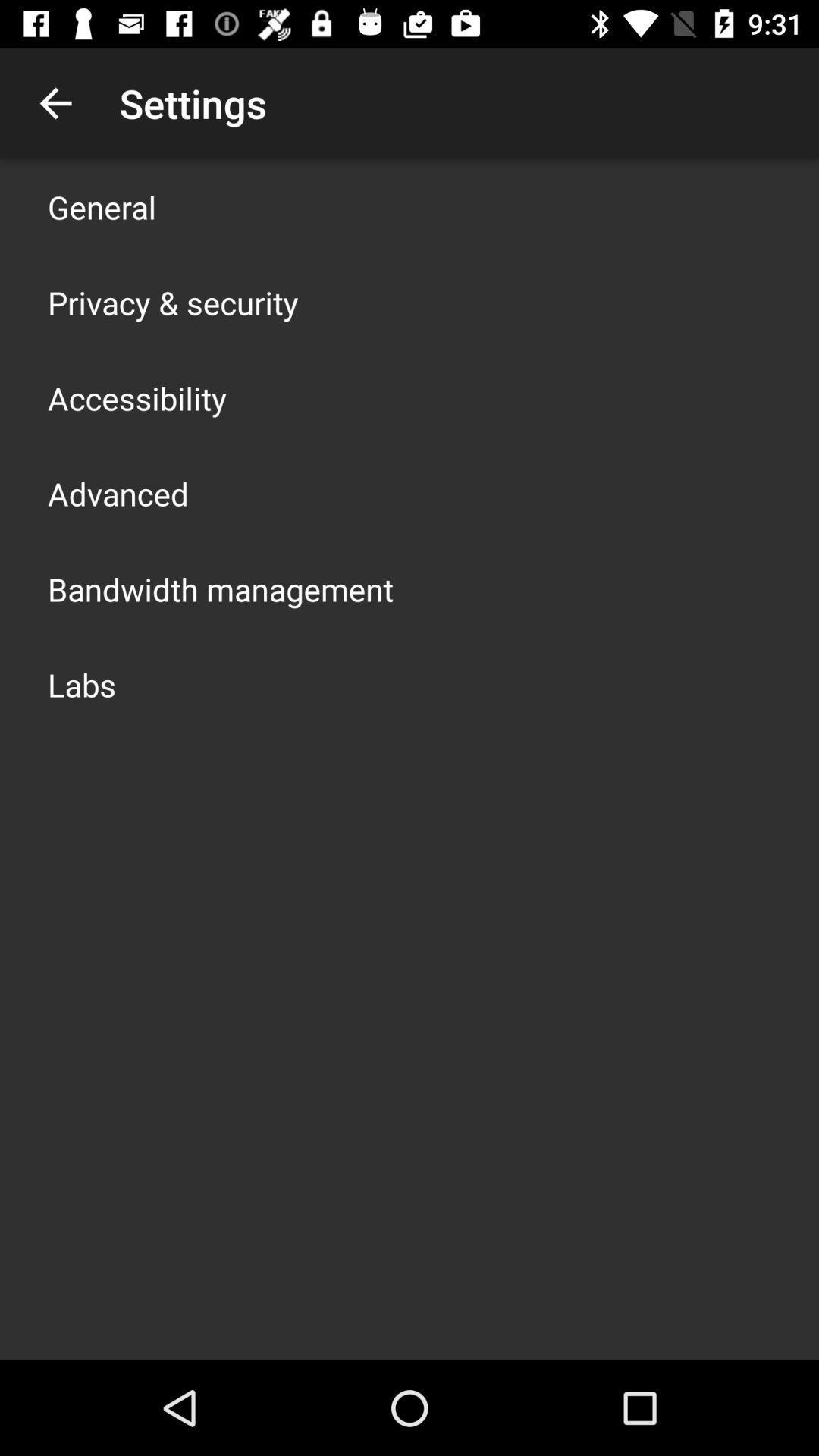 The image size is (819, 1456). I want to click on the app below the accessibility item, so click(117, 494).